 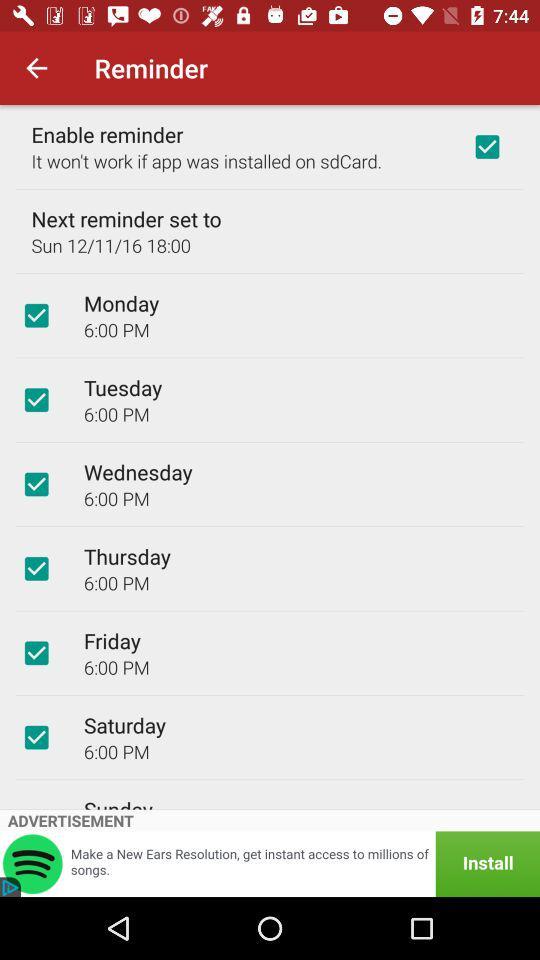 What do you see at coordinates (36, 68) in the screenshot?
I see `the app next to reminder` at bounding box center [36, 68].